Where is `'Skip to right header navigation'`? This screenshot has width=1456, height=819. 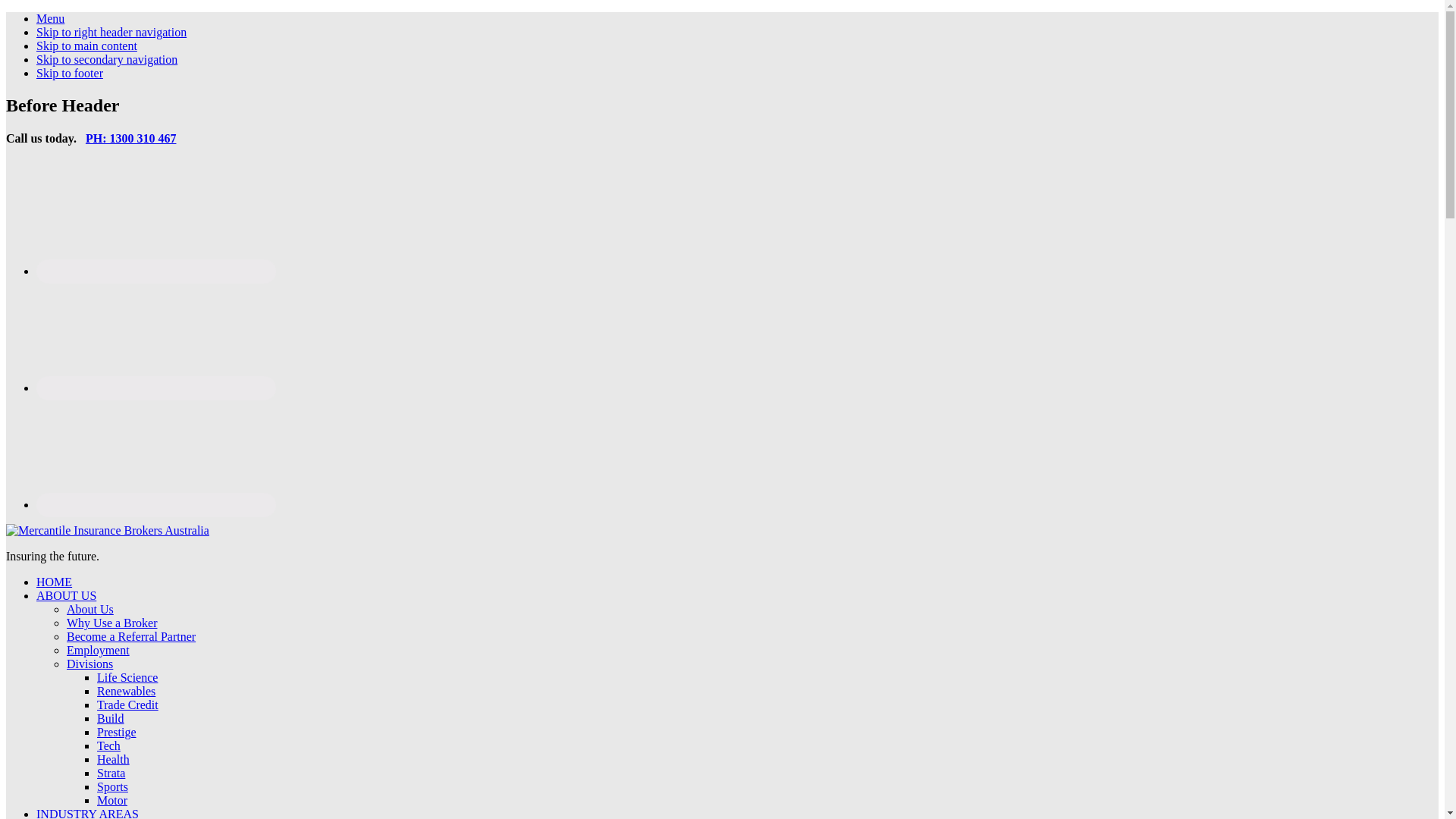 'Skip to right header navigation' is located at coordinates (111, 32).